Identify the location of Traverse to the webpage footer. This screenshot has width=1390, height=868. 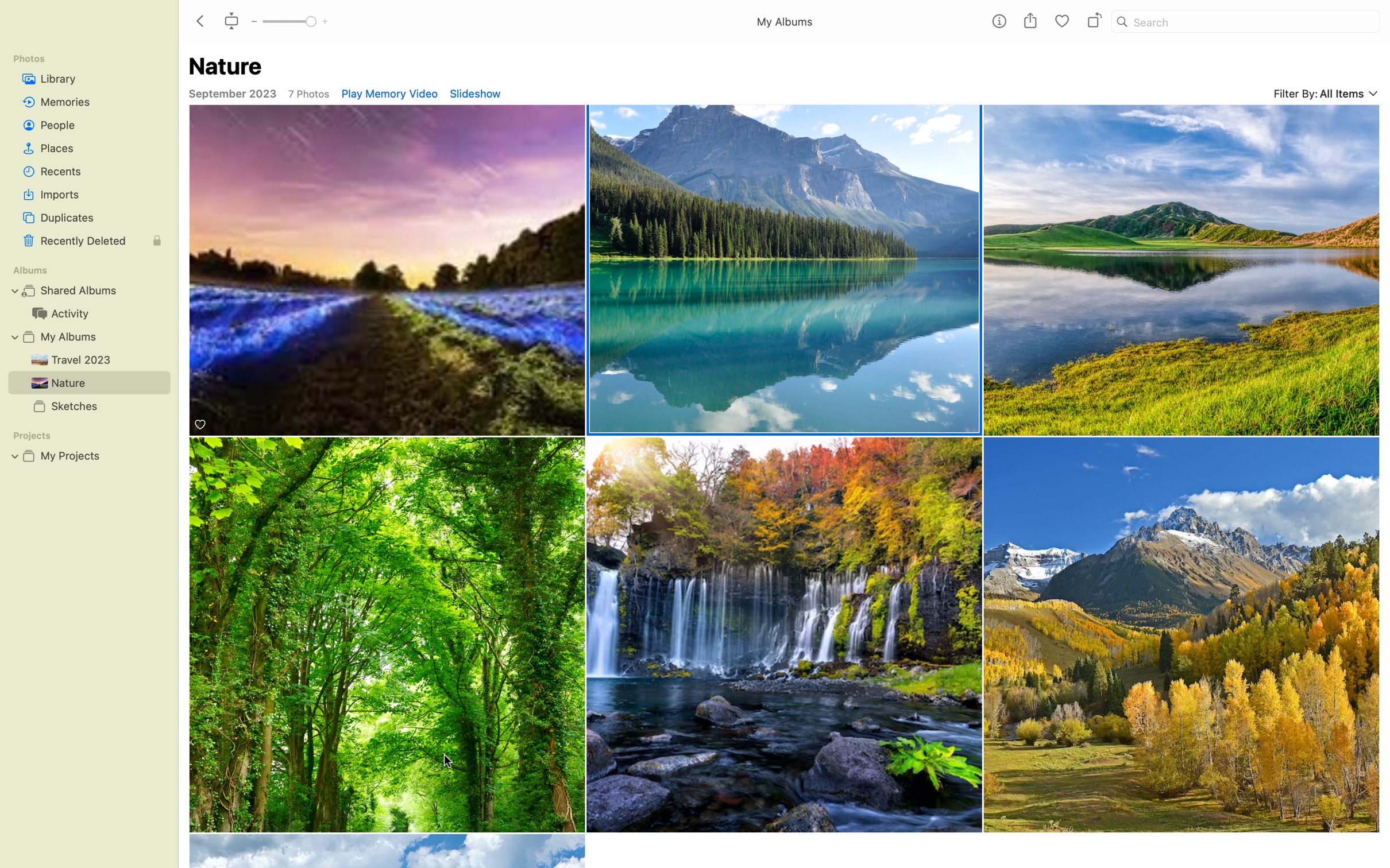
(2639610, 1022504).